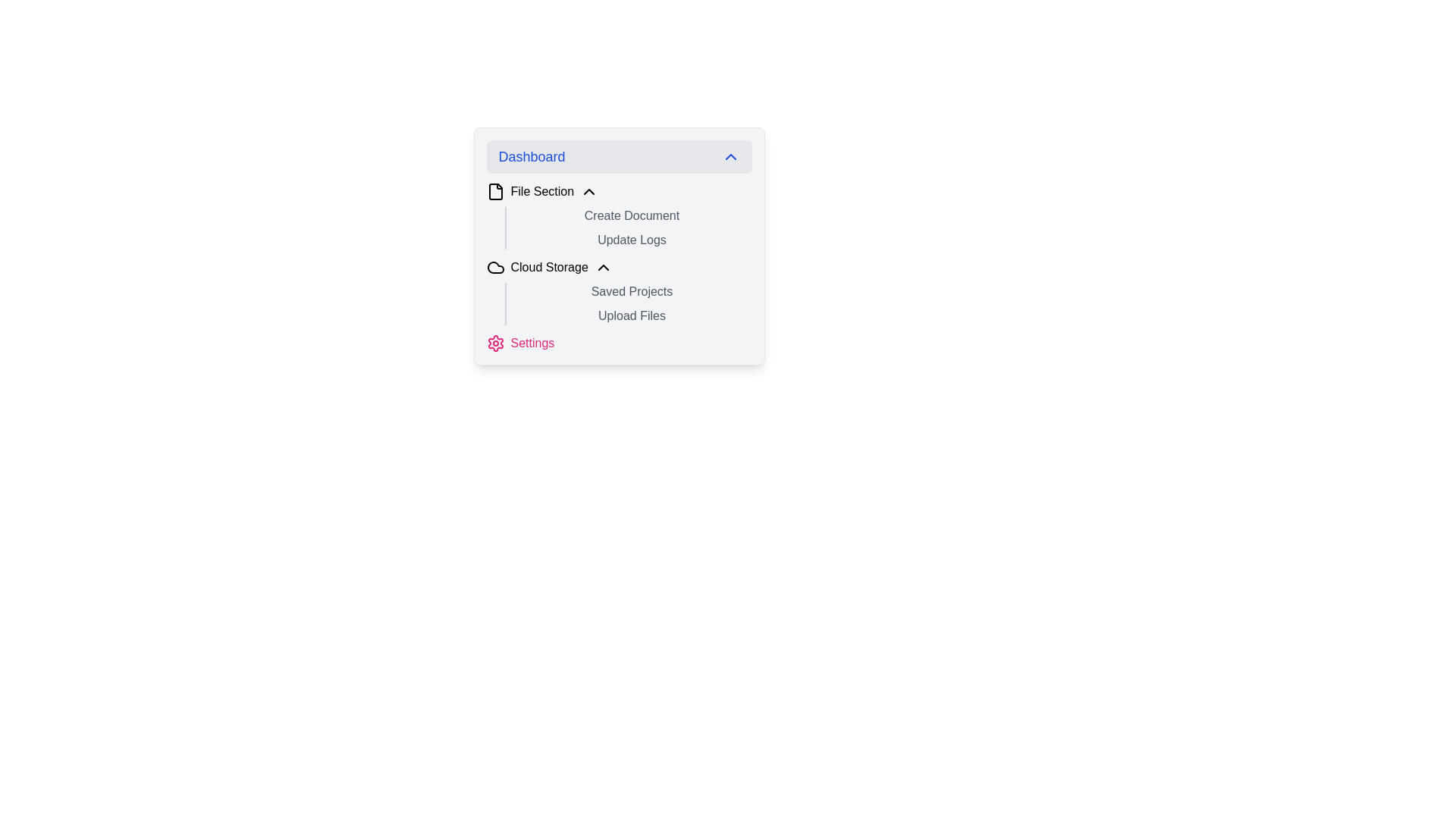 The image size is (1456, 819). I want to click on the upward arrow toggle icon located to the right of the 'Cloud Storage' text, so click(602, 267).